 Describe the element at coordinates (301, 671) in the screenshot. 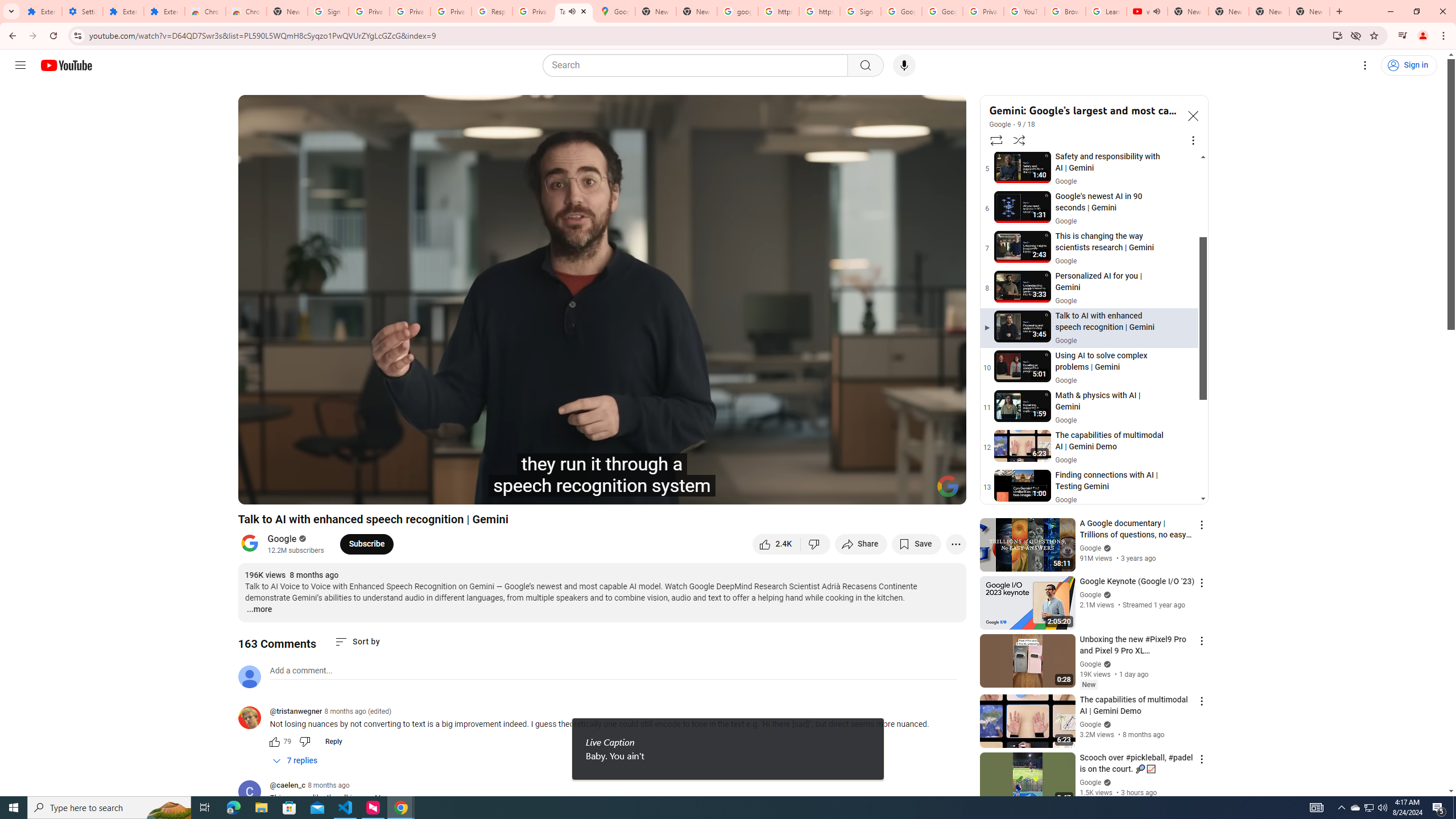

I see `'AutomationID: simplebox-placeholder'` at that location.